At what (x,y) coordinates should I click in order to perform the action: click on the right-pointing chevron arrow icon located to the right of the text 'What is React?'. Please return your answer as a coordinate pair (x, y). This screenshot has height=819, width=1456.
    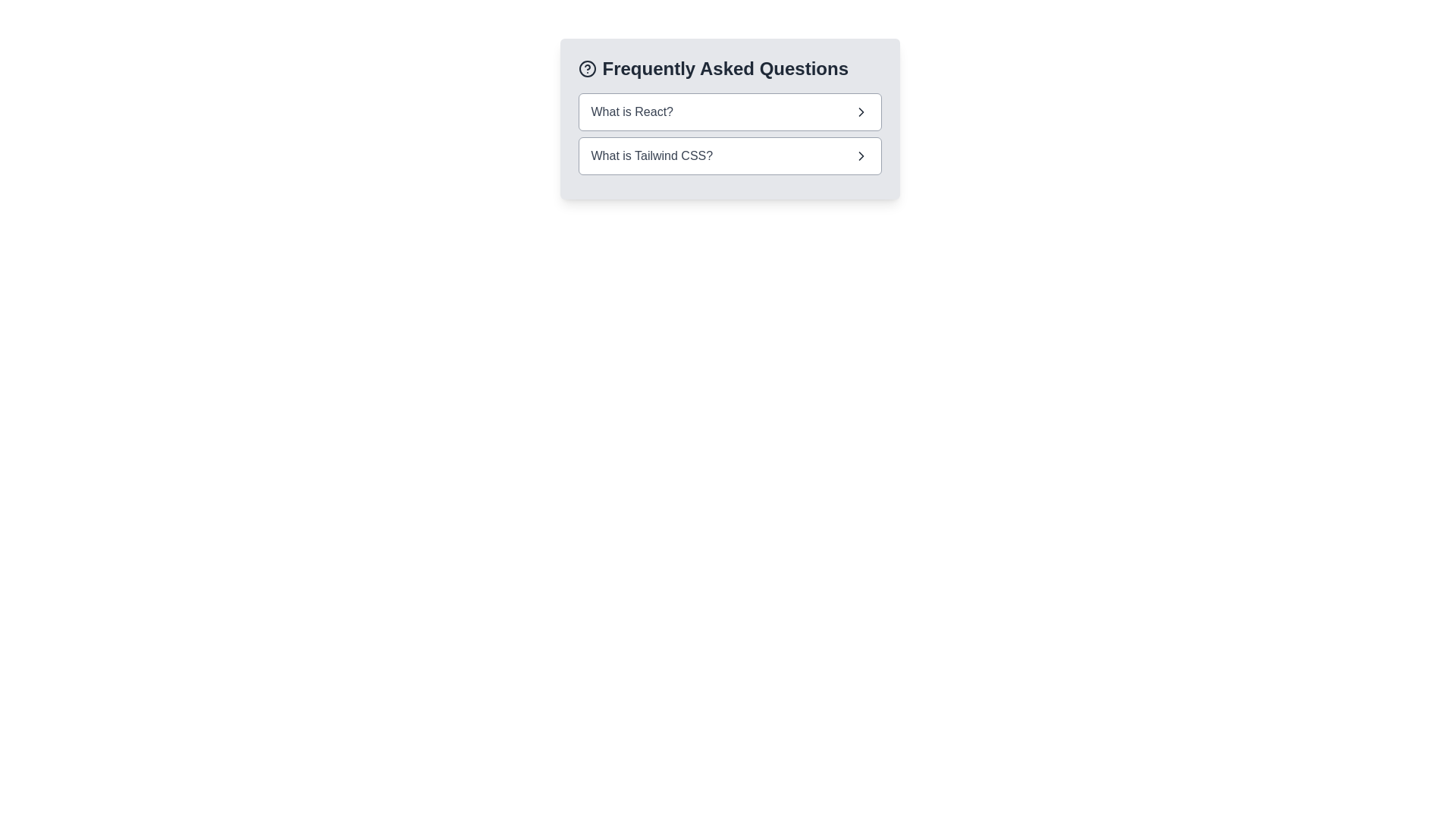
    Looking at the image, I should click on (861, 111).